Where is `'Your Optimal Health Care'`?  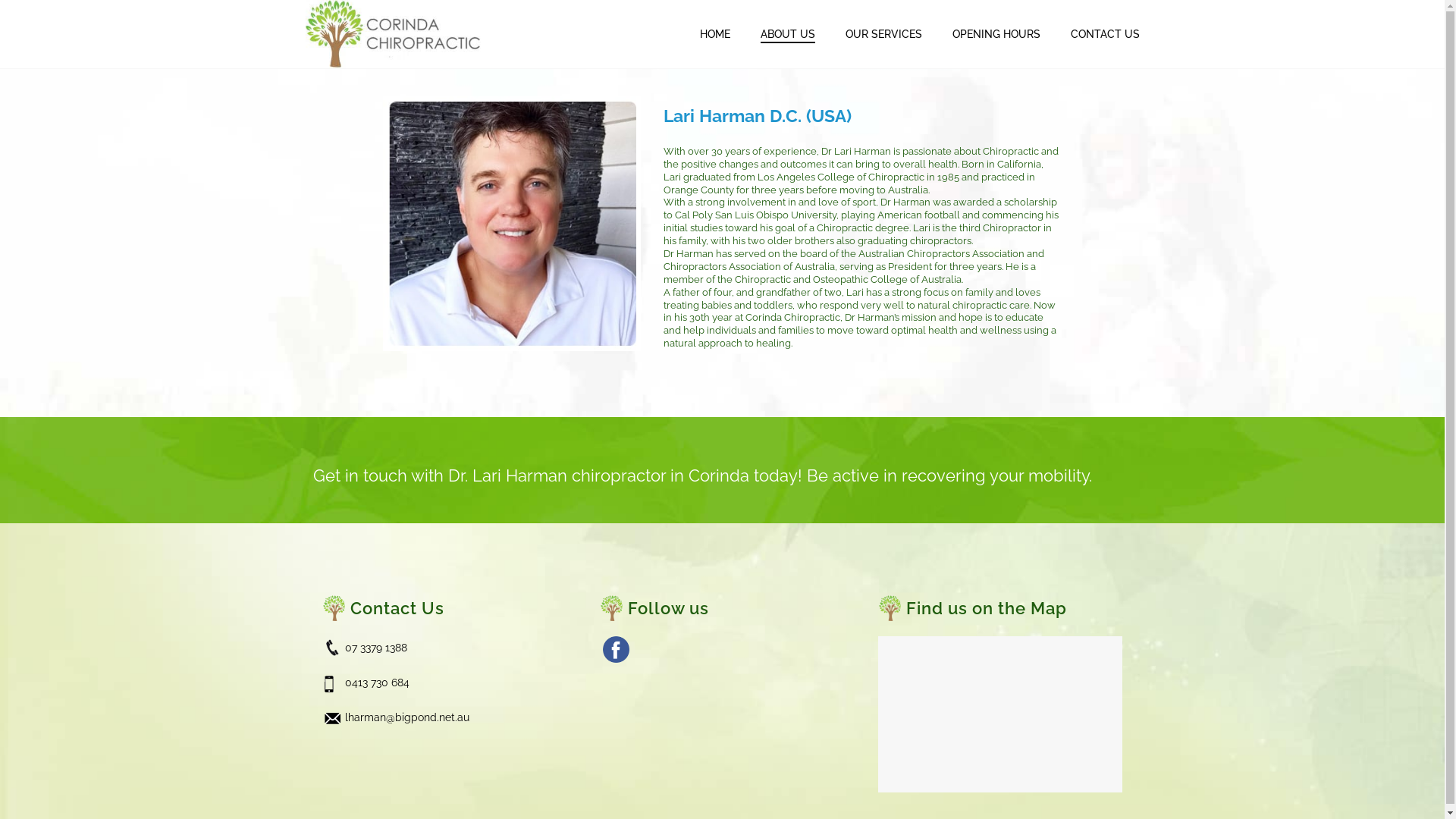
'Your Optimal Health Care' is located at coordinates (396, 34).